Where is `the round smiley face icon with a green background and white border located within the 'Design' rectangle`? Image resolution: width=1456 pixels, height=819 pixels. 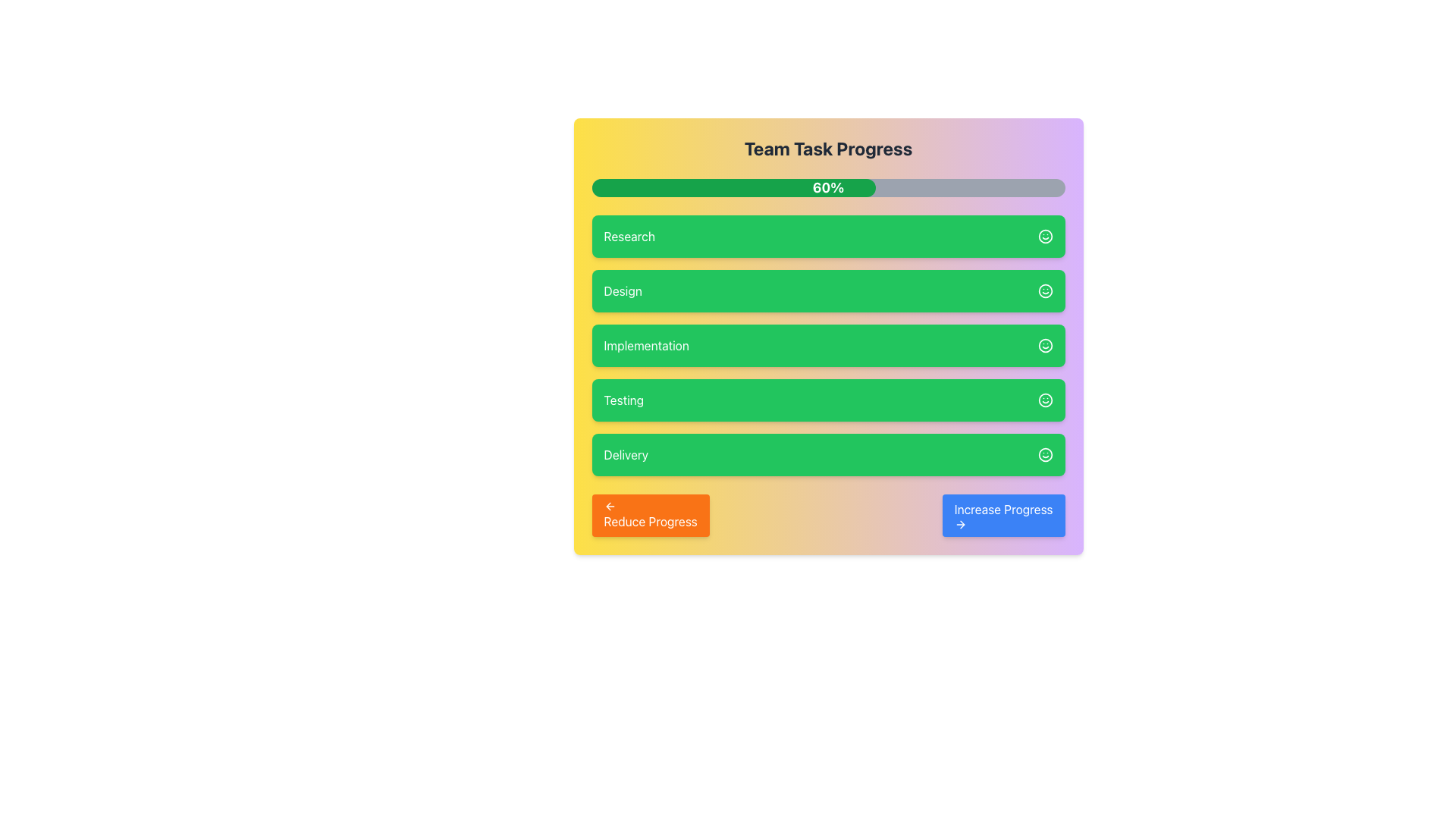
the round smiley face icon with a green background and white border located within the 'Design' rectangle is located at coordinates (1044, 291).